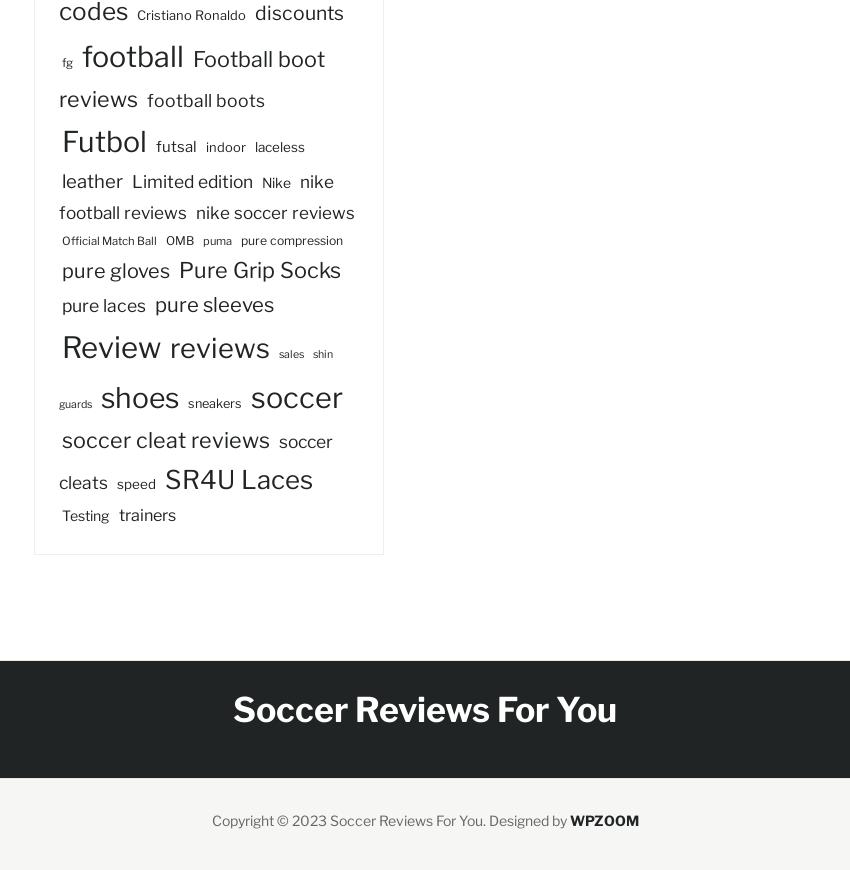  Describe the element at coordinates (108, 240) in the screenshot. I see `'Official Match Ball'` at that location.